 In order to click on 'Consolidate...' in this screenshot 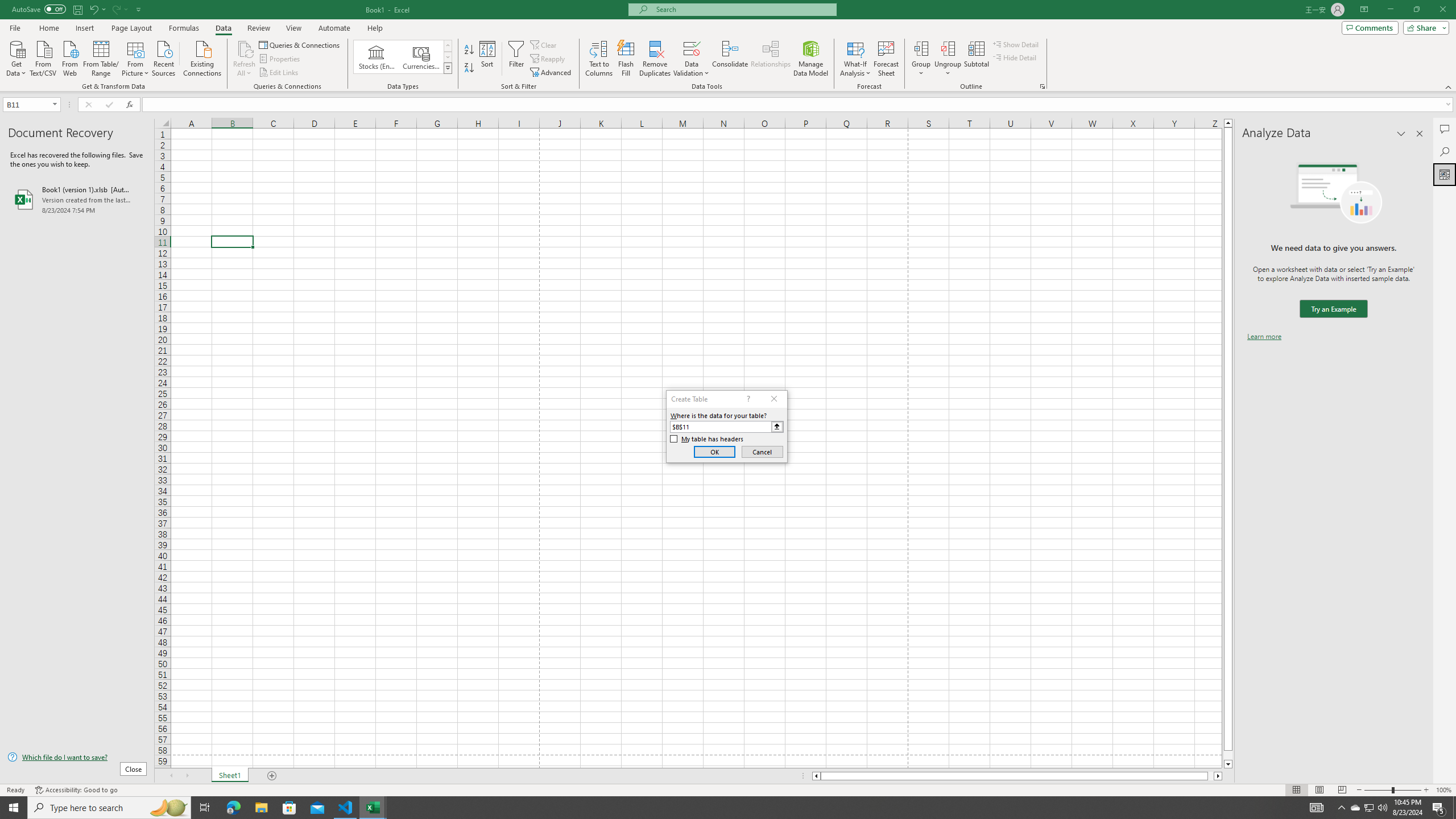, I will do `click(730, 59)`.